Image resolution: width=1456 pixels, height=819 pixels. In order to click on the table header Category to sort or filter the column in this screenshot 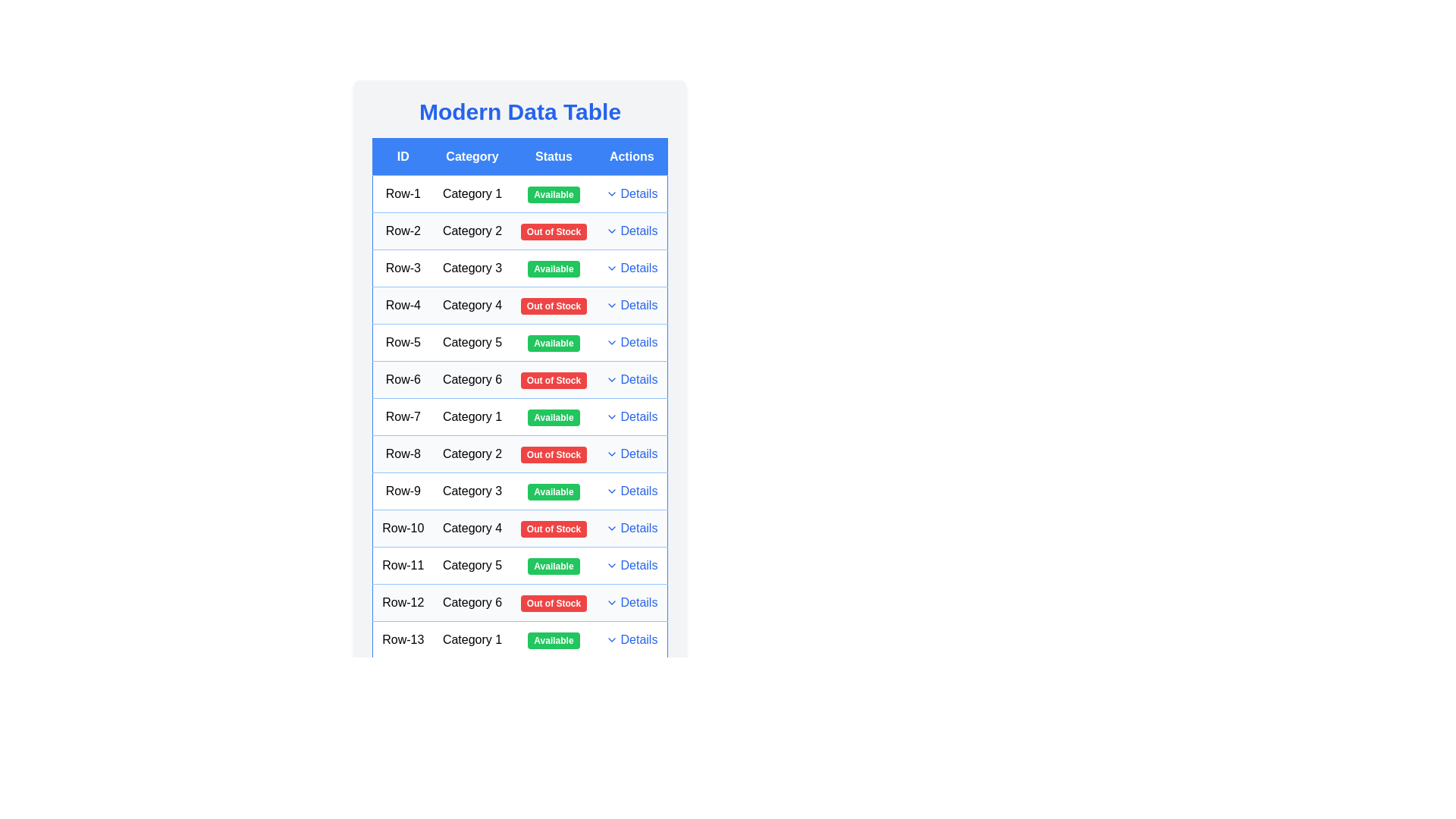, I will do `click(472, 157)`.